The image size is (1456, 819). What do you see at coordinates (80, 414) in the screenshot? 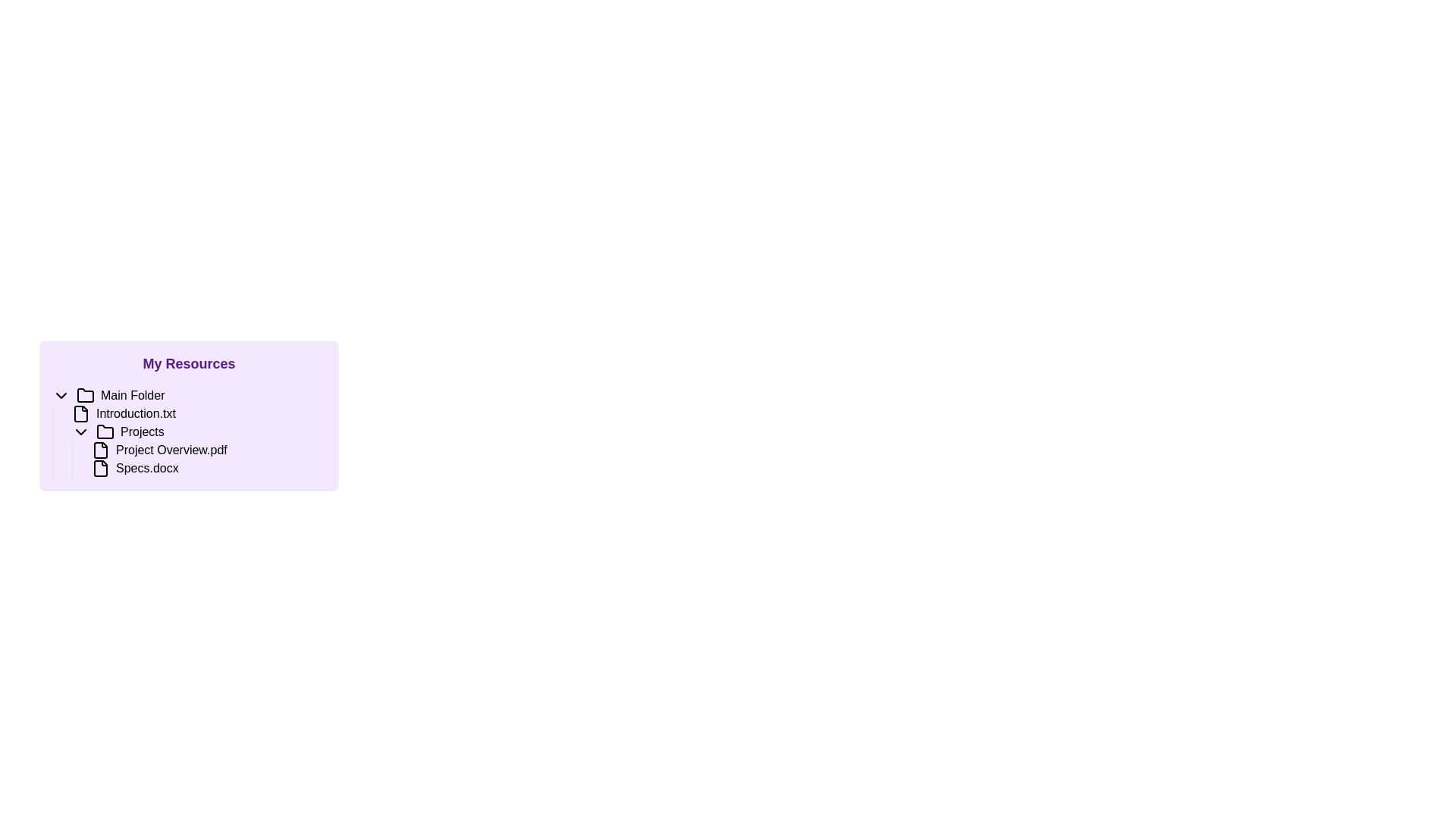
I see `the document icon representing the file 'Introduction.txt' located in the 'My Resources' section, which is the first icon after the 'Main Folder' entry` at bounding box center [80, 414].